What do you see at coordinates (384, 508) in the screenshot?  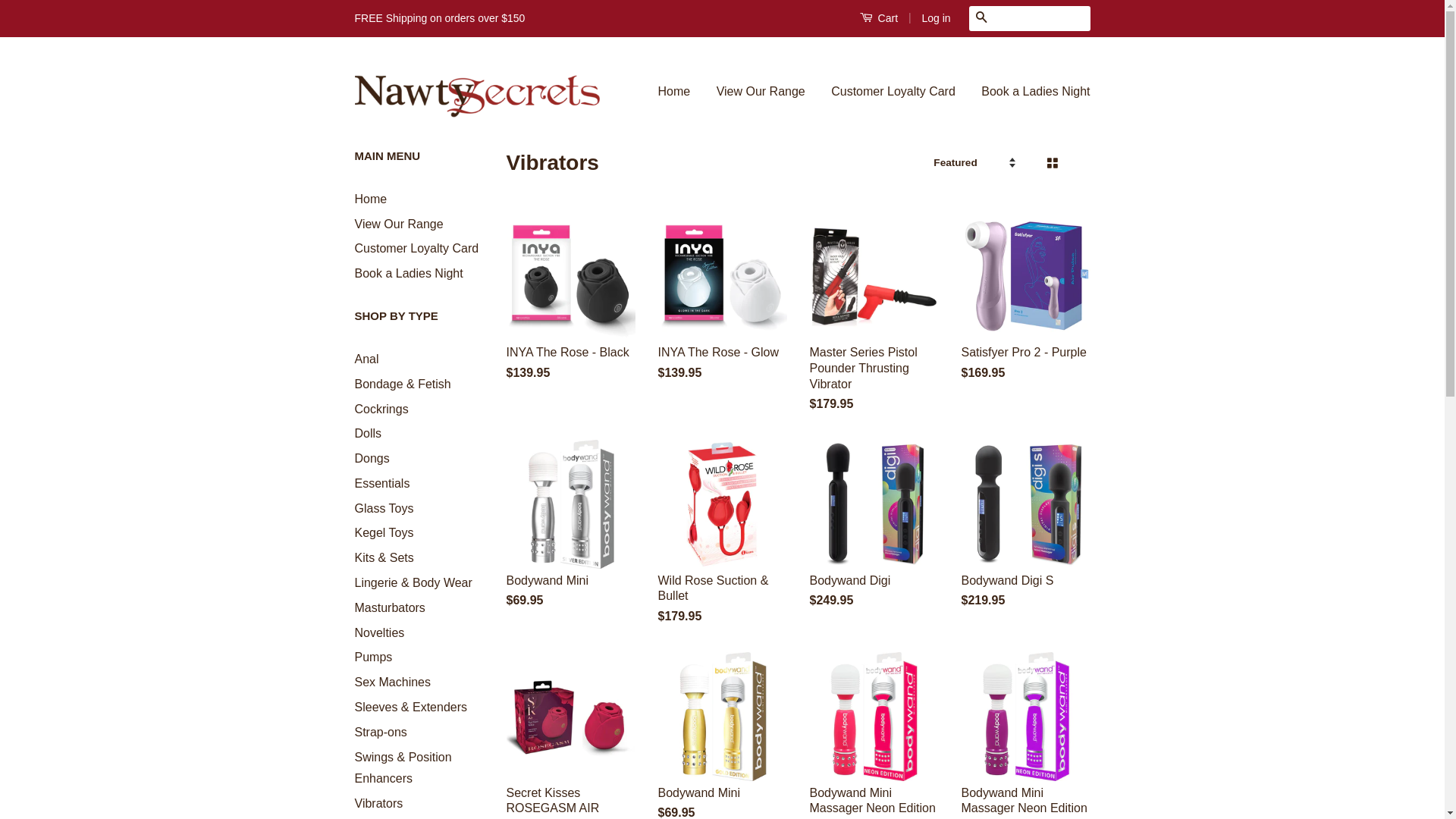 I see `'Glass Toys'` at bounding box center [384, 508].